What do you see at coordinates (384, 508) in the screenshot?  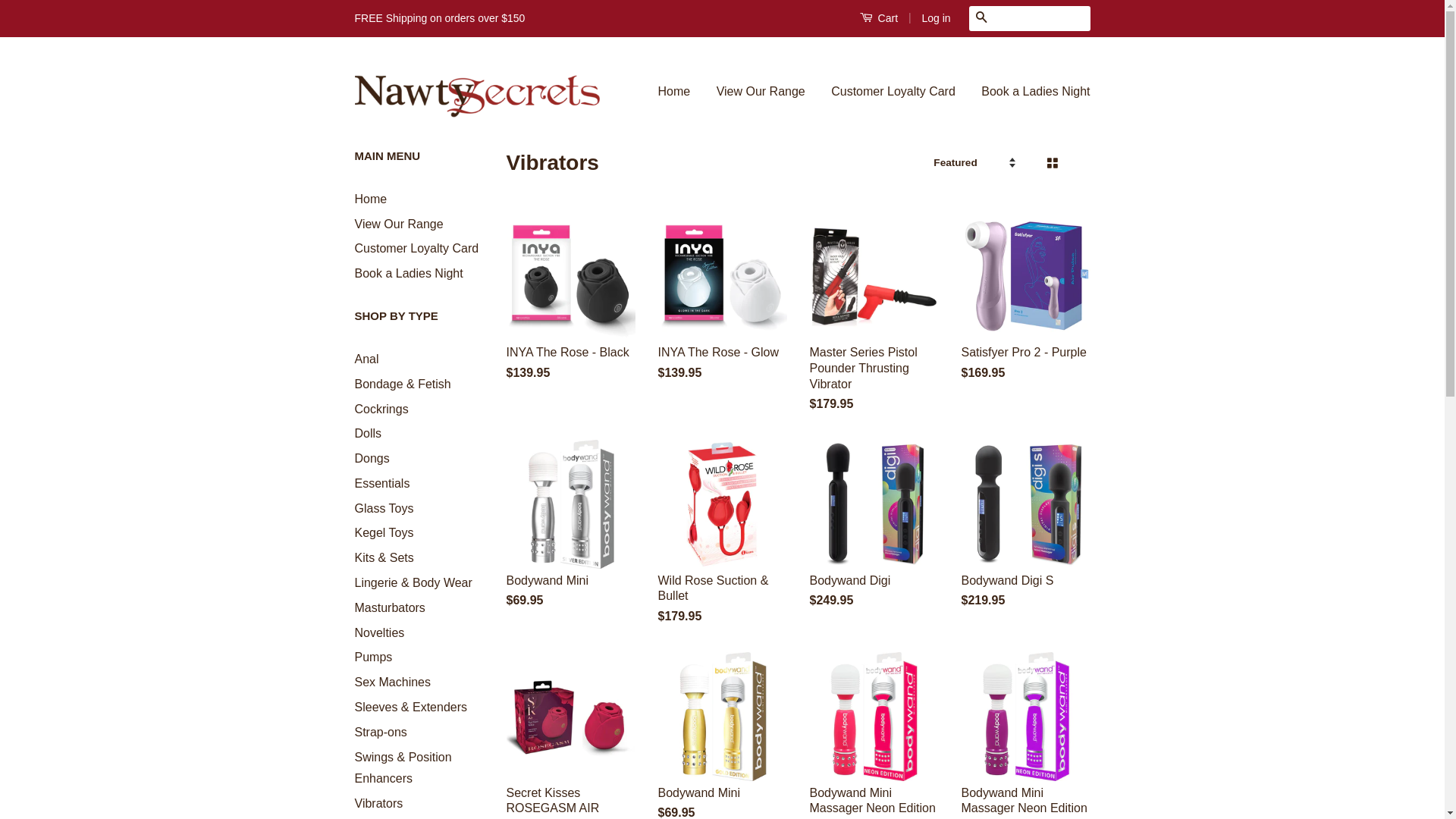 I see `'Glass Toys'` at bounding box center [384, 508].